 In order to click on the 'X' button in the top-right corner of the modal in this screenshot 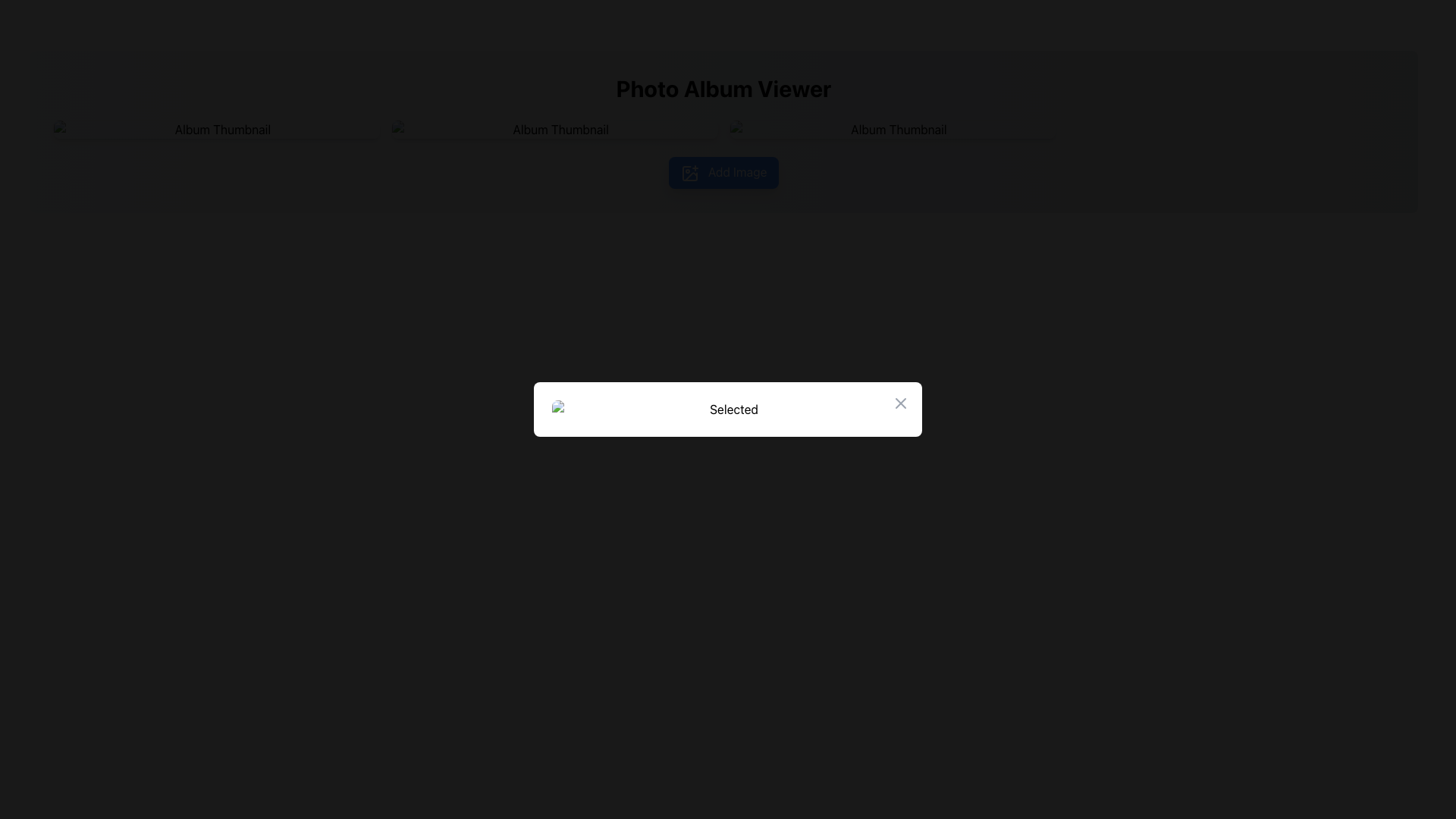, I will do `click(901, 403)`.